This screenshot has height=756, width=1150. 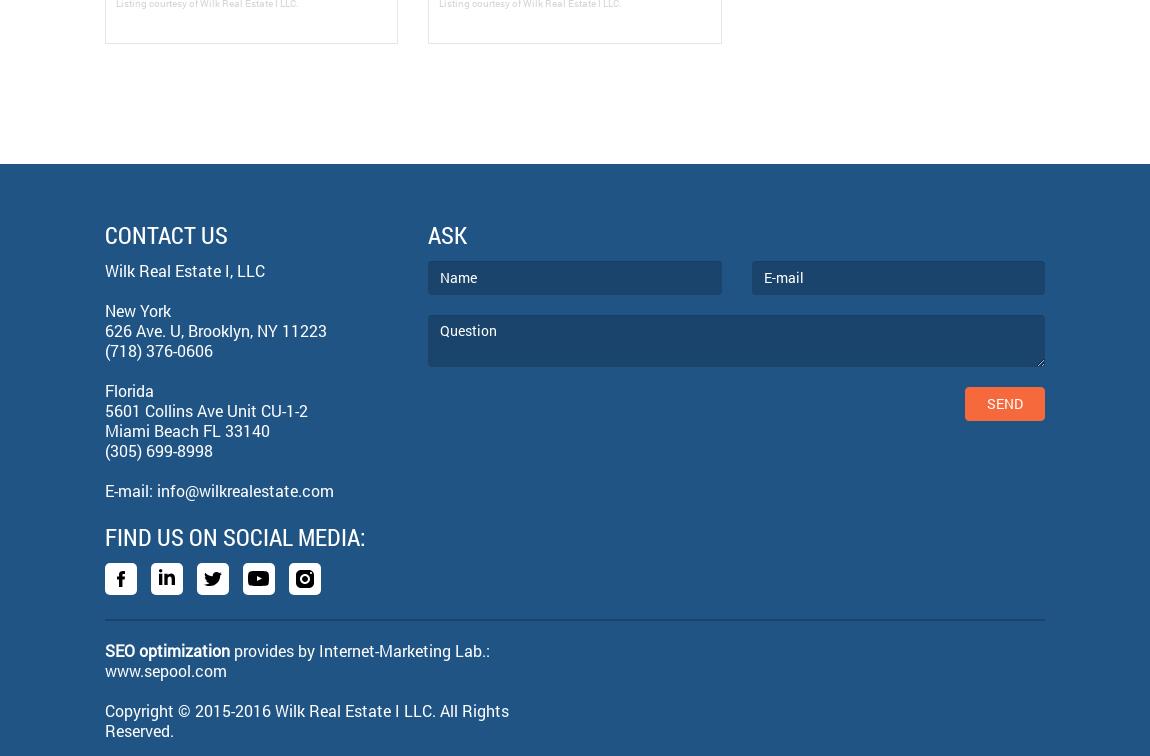 I want to click on 'Wilk Real Estate I, LLC', so click(x=184, y=269).